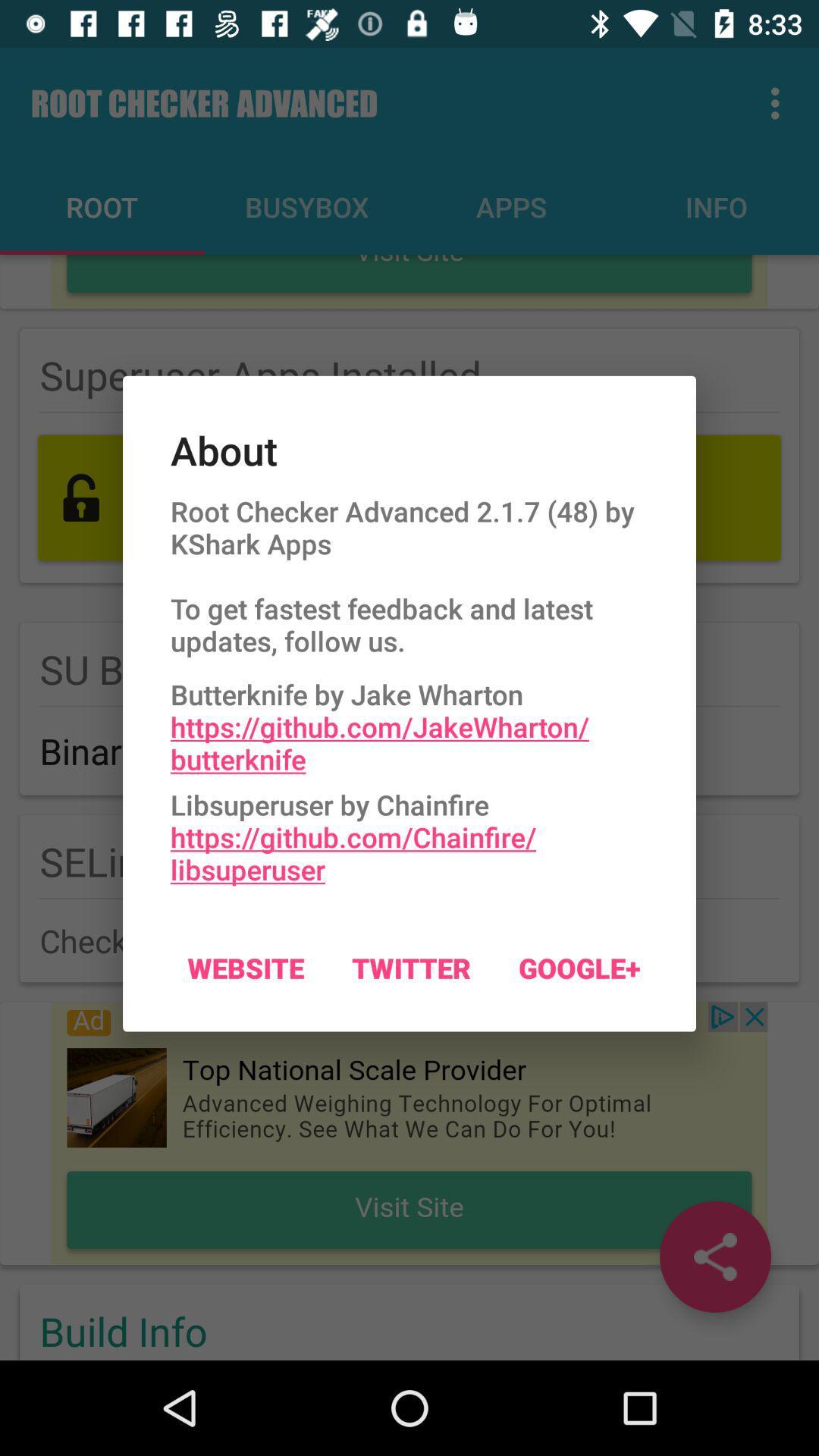 The height and width of the screenshot is (1456, 819). I want to click on libsuperuser by chainfire icon, so click(409, 832).